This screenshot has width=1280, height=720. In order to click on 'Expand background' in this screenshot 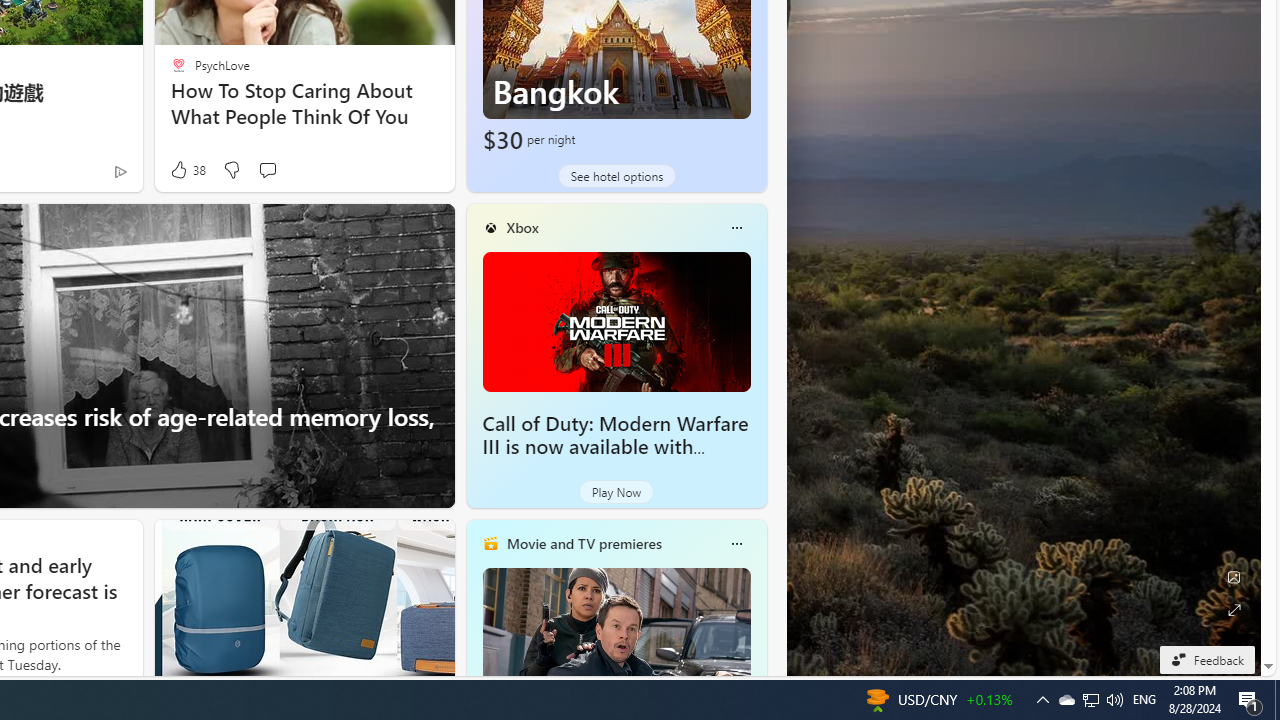, I will do `click(1232, 609)`.